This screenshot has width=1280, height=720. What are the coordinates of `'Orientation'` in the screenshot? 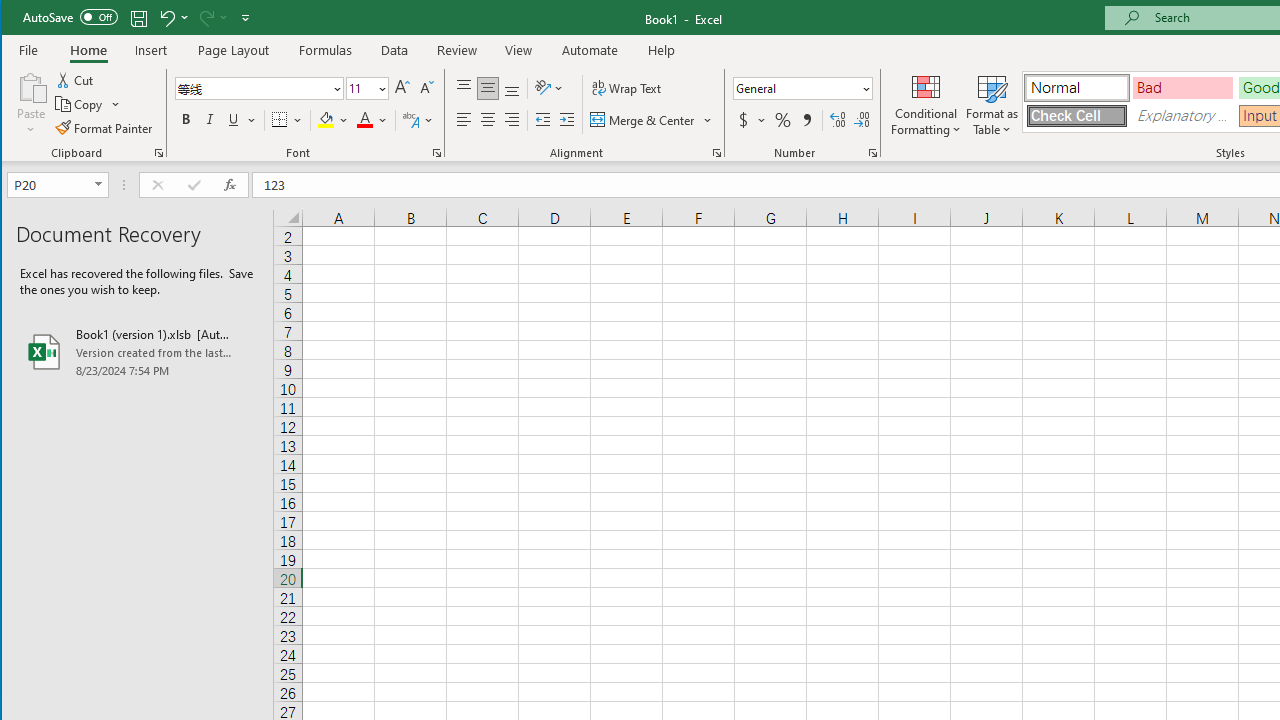 It's located at (550, 87).